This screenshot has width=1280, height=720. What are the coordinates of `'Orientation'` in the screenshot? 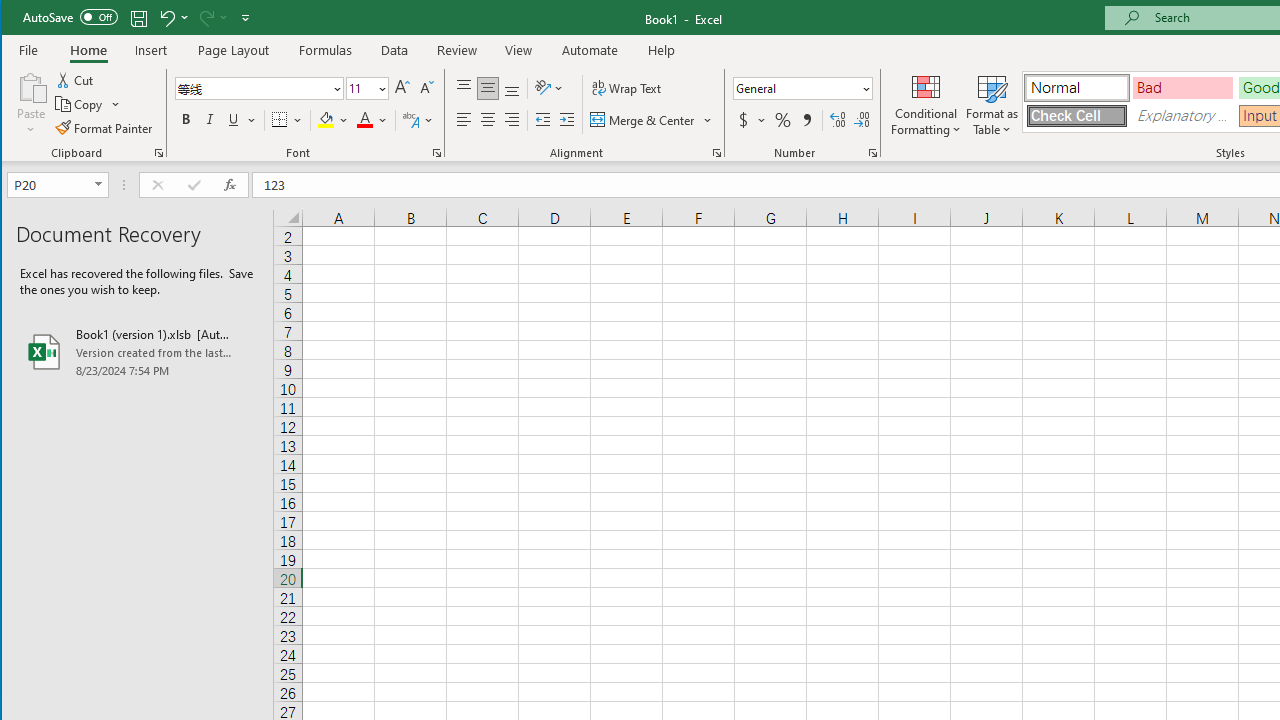 It's located at (550, 87).